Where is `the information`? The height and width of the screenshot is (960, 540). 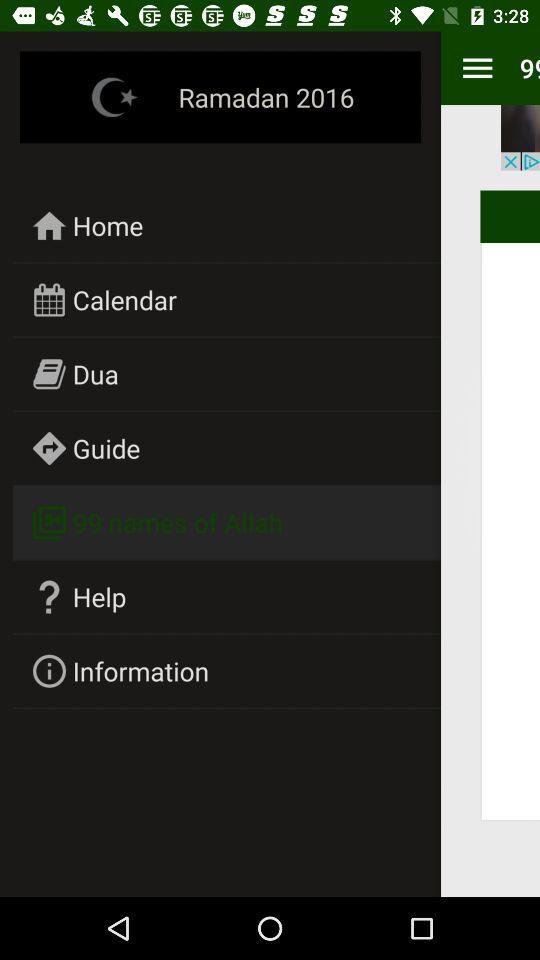
the information is located at coordinates (139, 671).